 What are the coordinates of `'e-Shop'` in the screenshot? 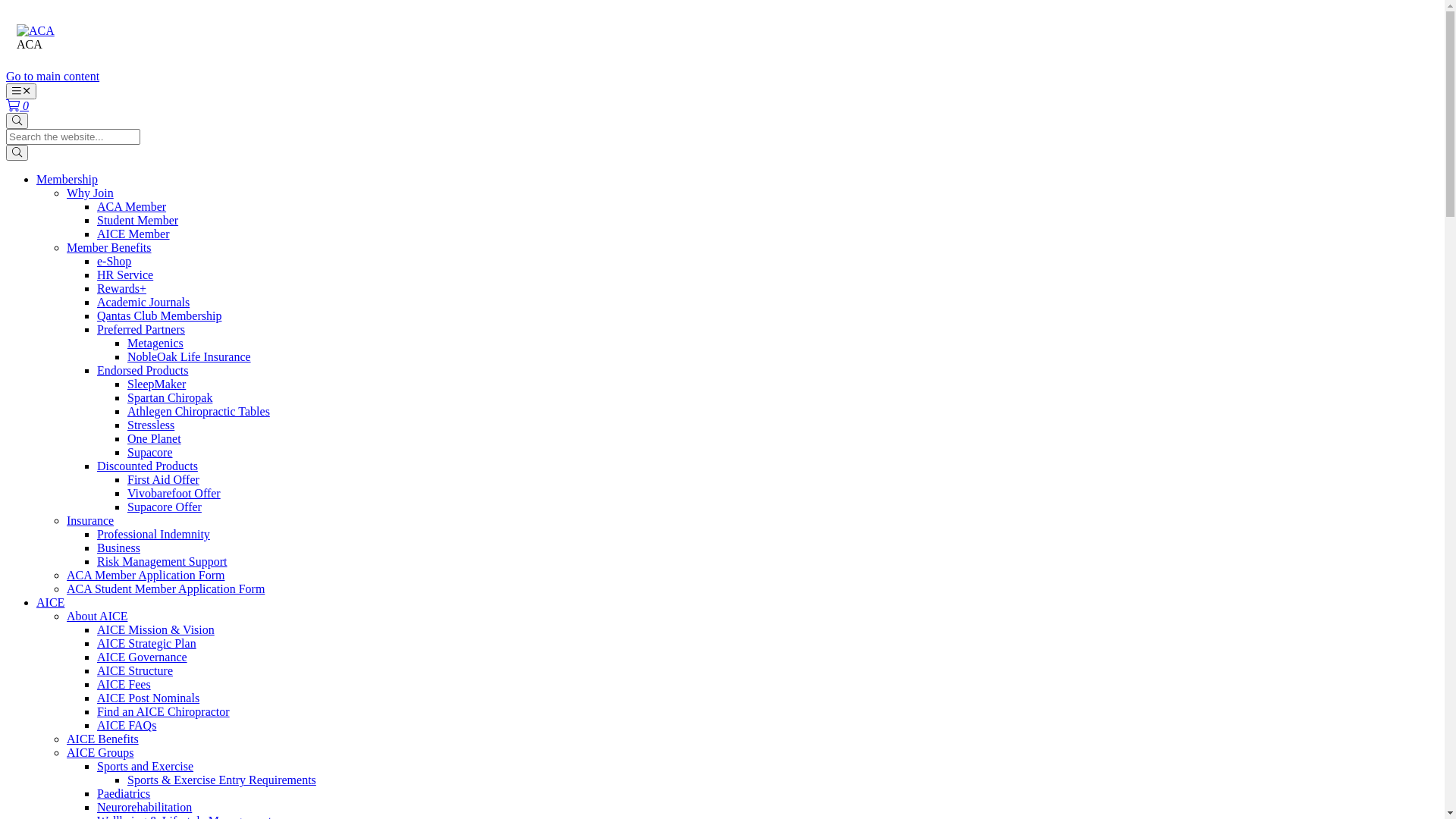 It's located at (113, 260).